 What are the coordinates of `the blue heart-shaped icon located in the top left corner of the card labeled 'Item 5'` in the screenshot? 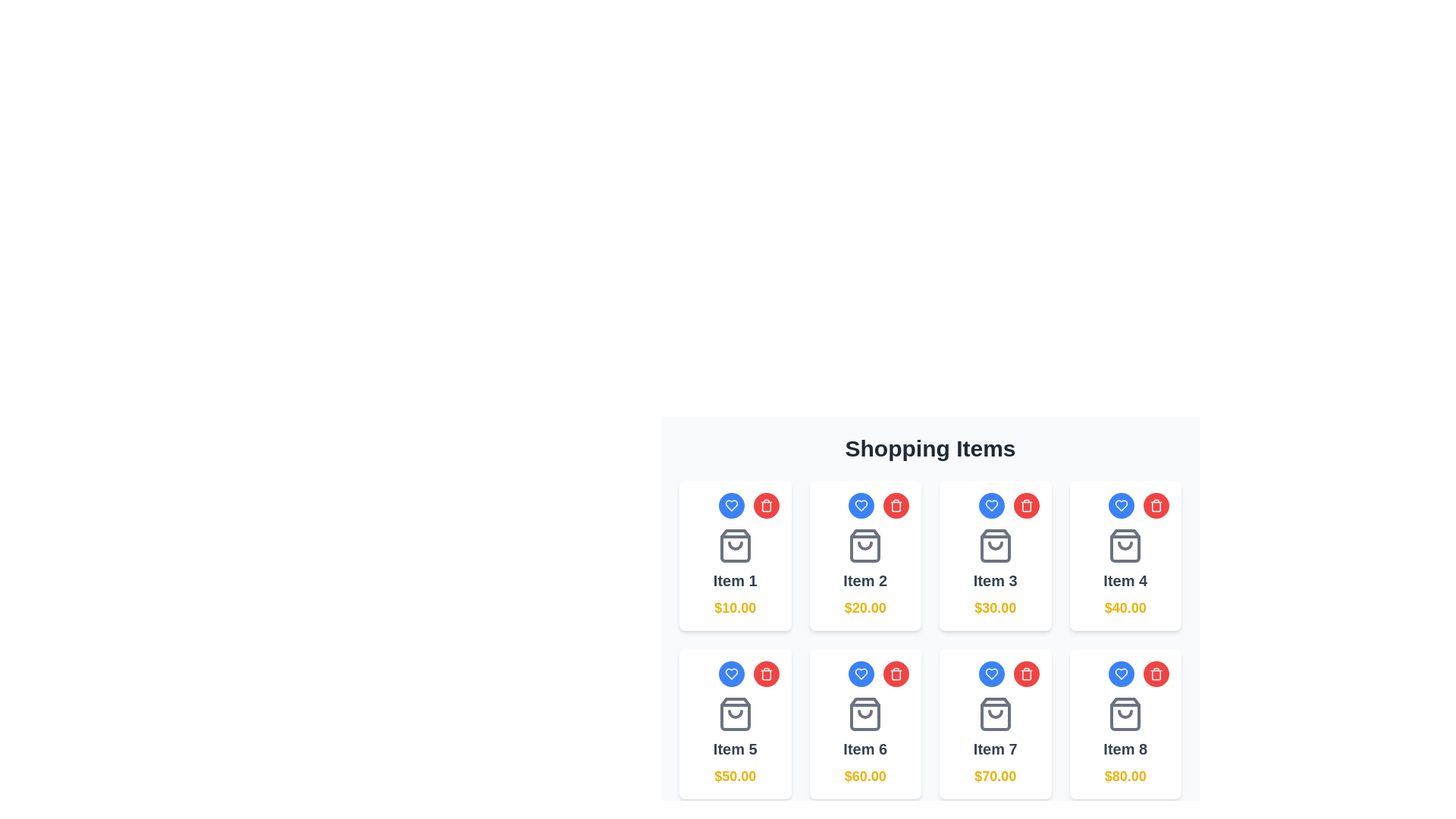 It's located at (731, 673).